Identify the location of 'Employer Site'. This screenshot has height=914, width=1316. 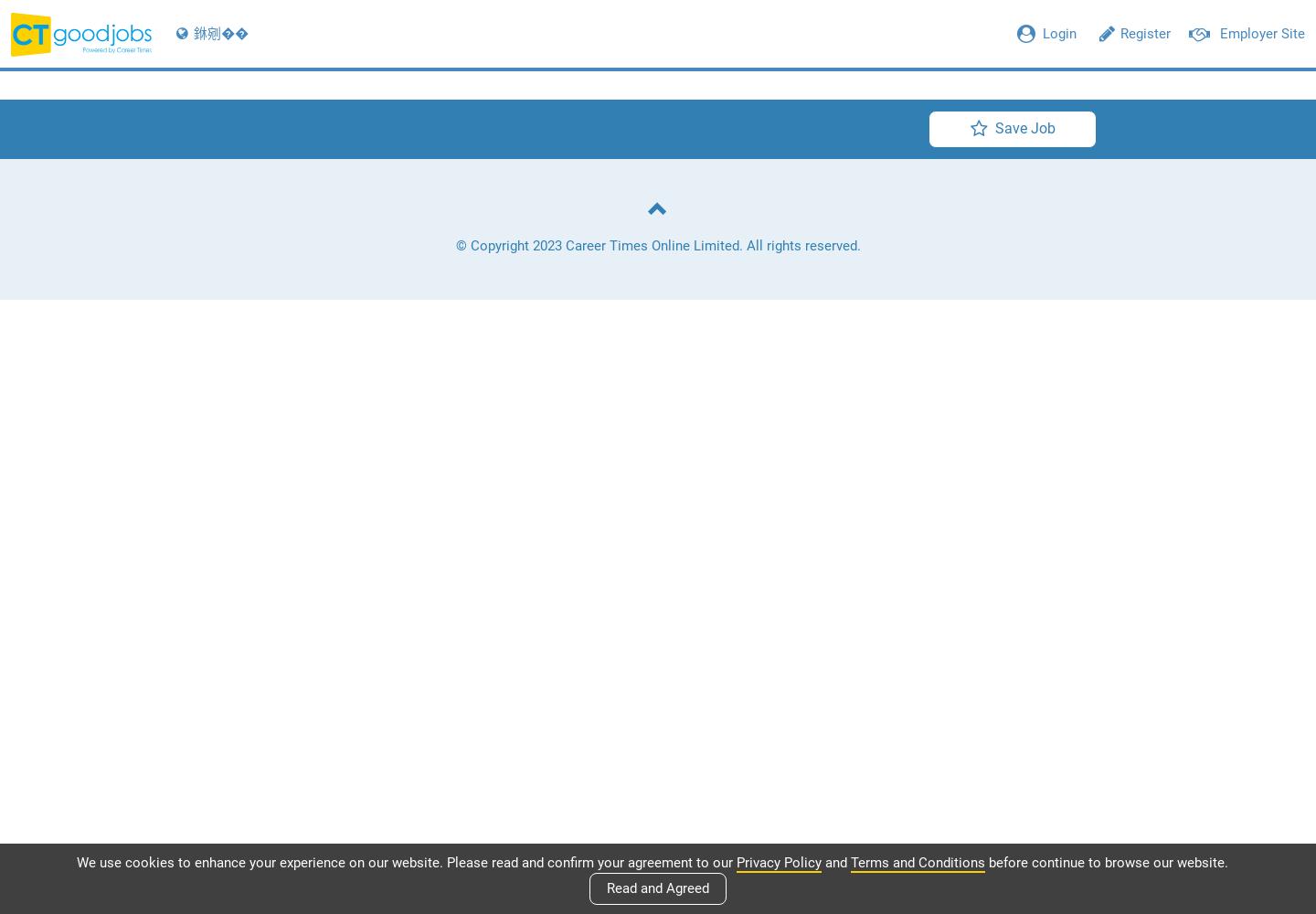
(1219, 34).